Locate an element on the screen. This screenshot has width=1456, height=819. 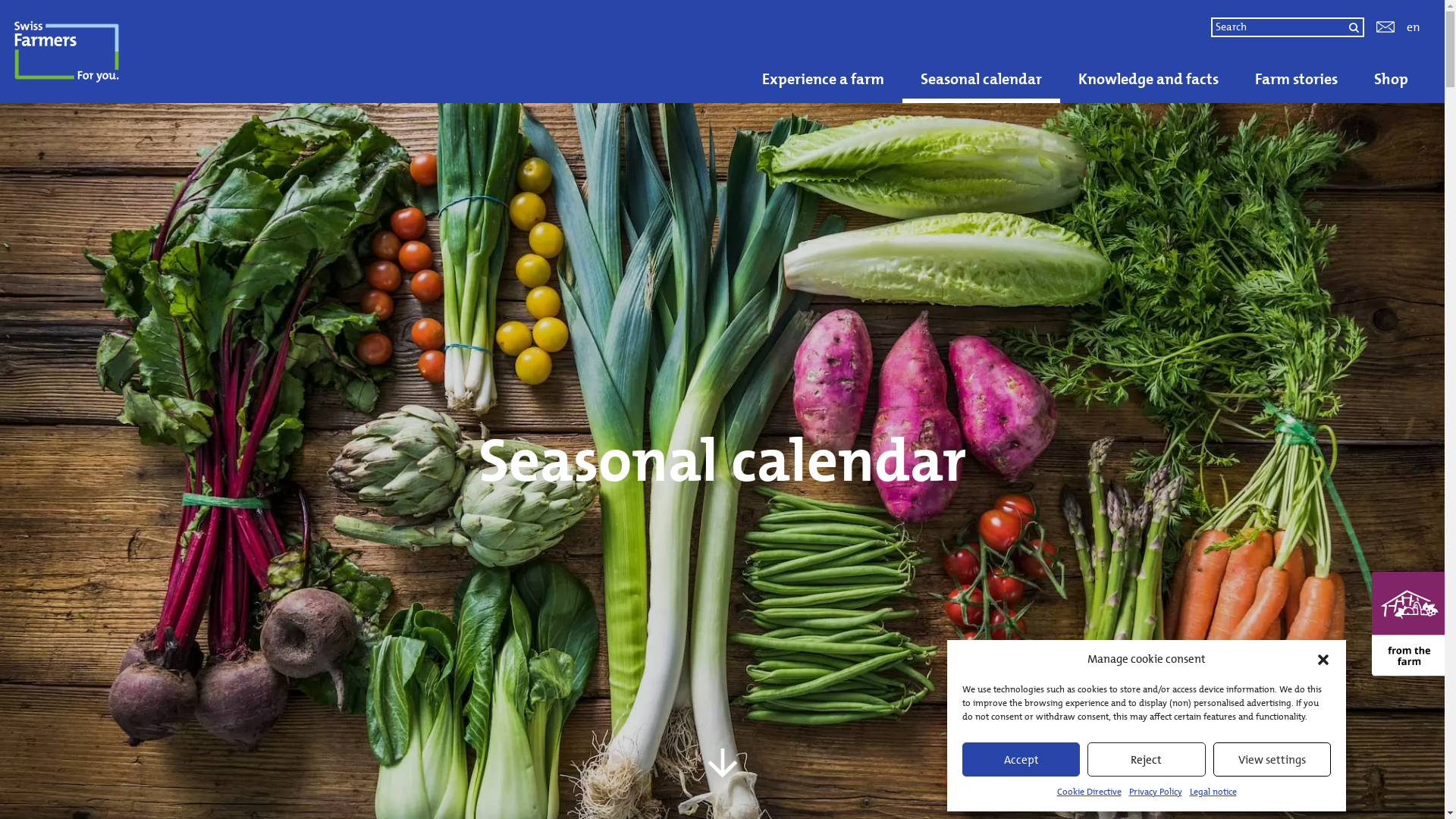
'Experience a farm' is located at coordinates (822, 79).